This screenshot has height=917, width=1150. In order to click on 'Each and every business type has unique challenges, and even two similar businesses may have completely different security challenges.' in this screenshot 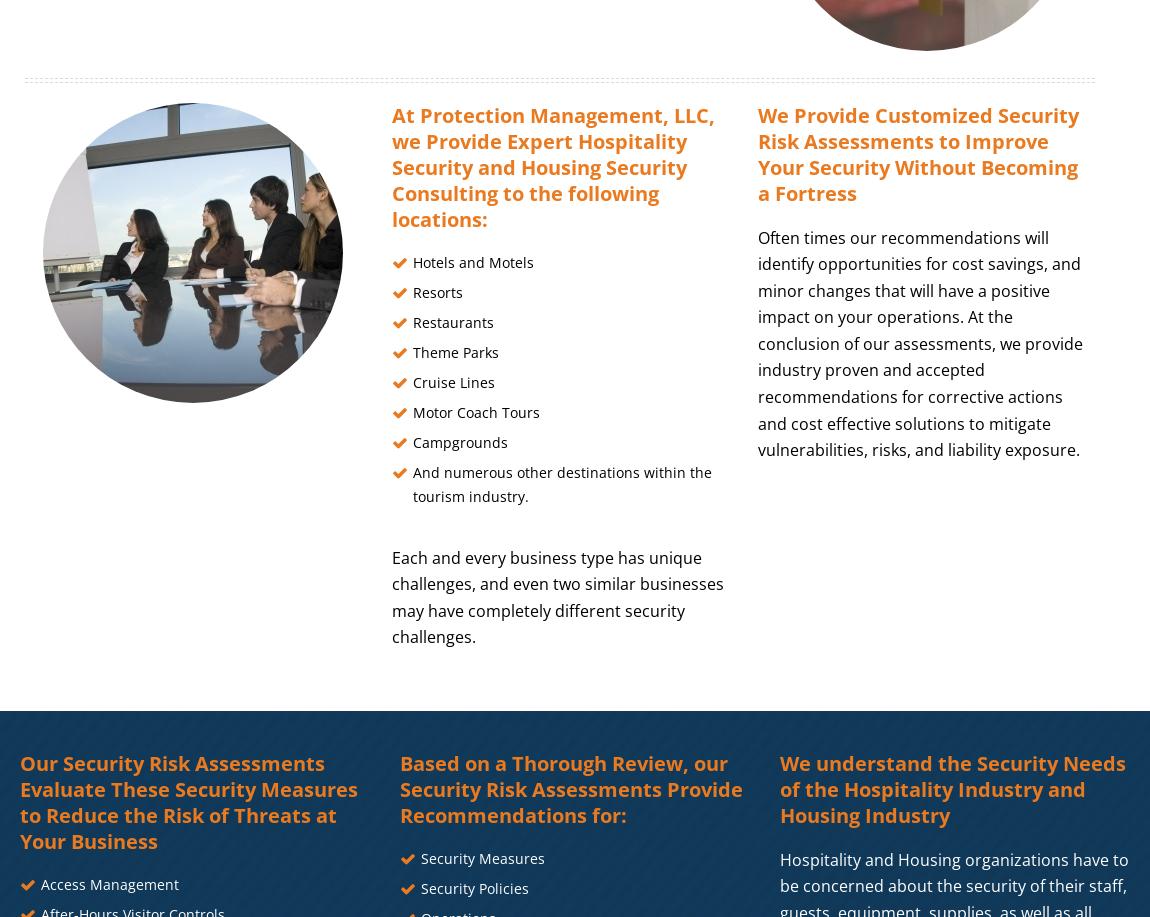, I will do `click(391, 595)`.